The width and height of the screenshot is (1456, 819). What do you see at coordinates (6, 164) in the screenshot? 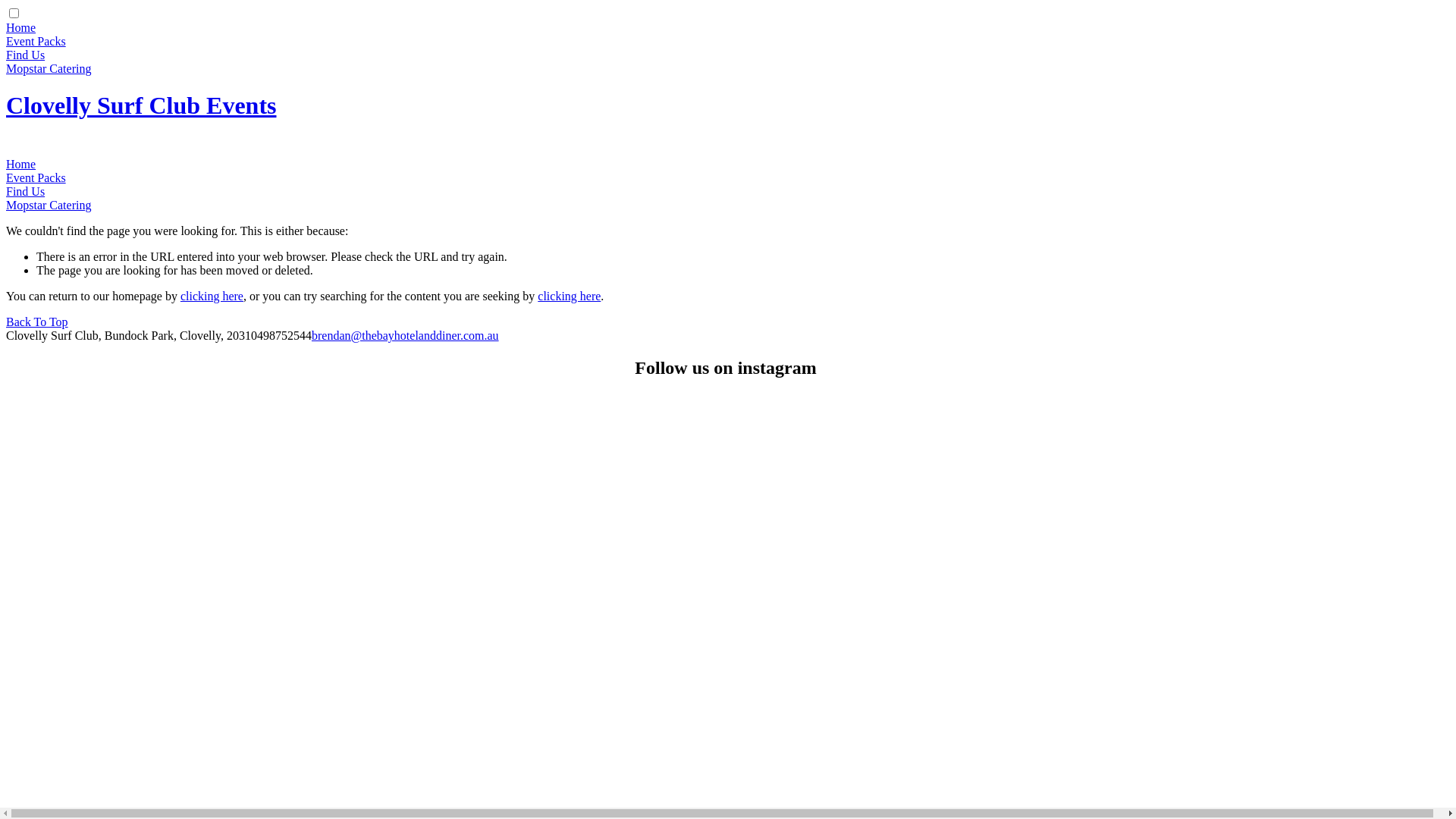
I see `'Home'` at bounding box center [6, 164].